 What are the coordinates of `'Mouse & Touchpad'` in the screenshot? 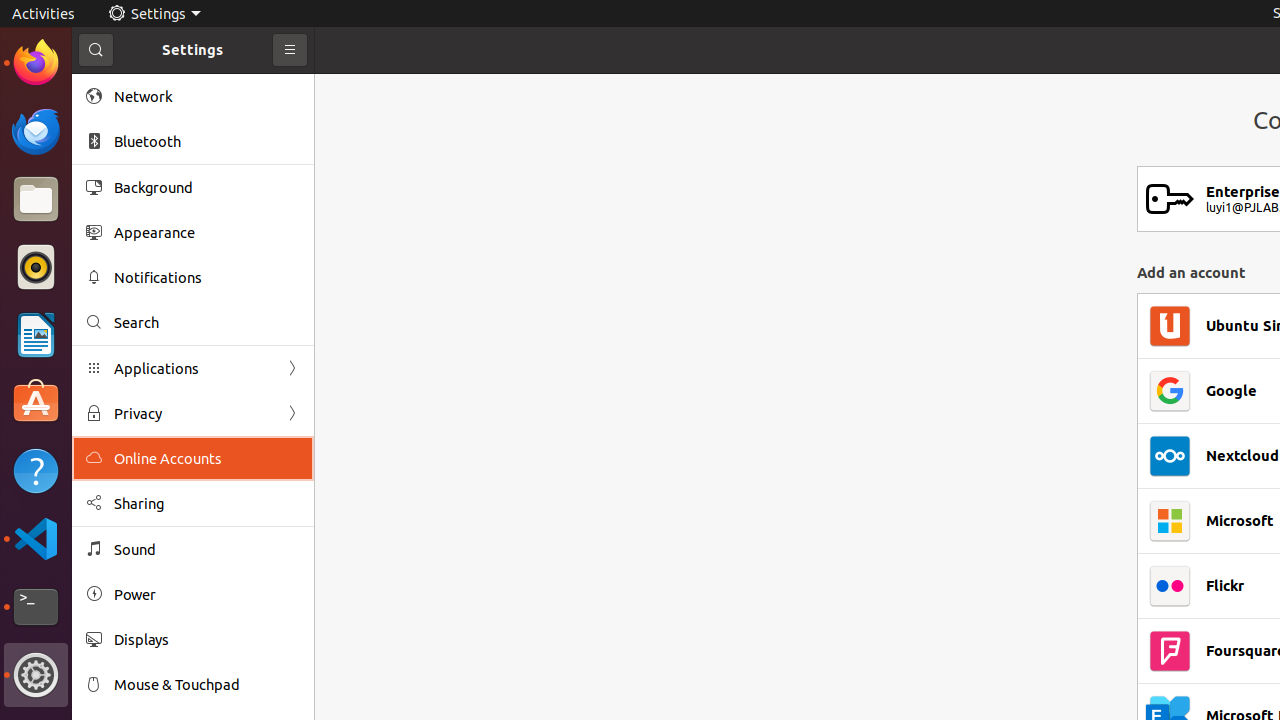 It's located at (206, 683).